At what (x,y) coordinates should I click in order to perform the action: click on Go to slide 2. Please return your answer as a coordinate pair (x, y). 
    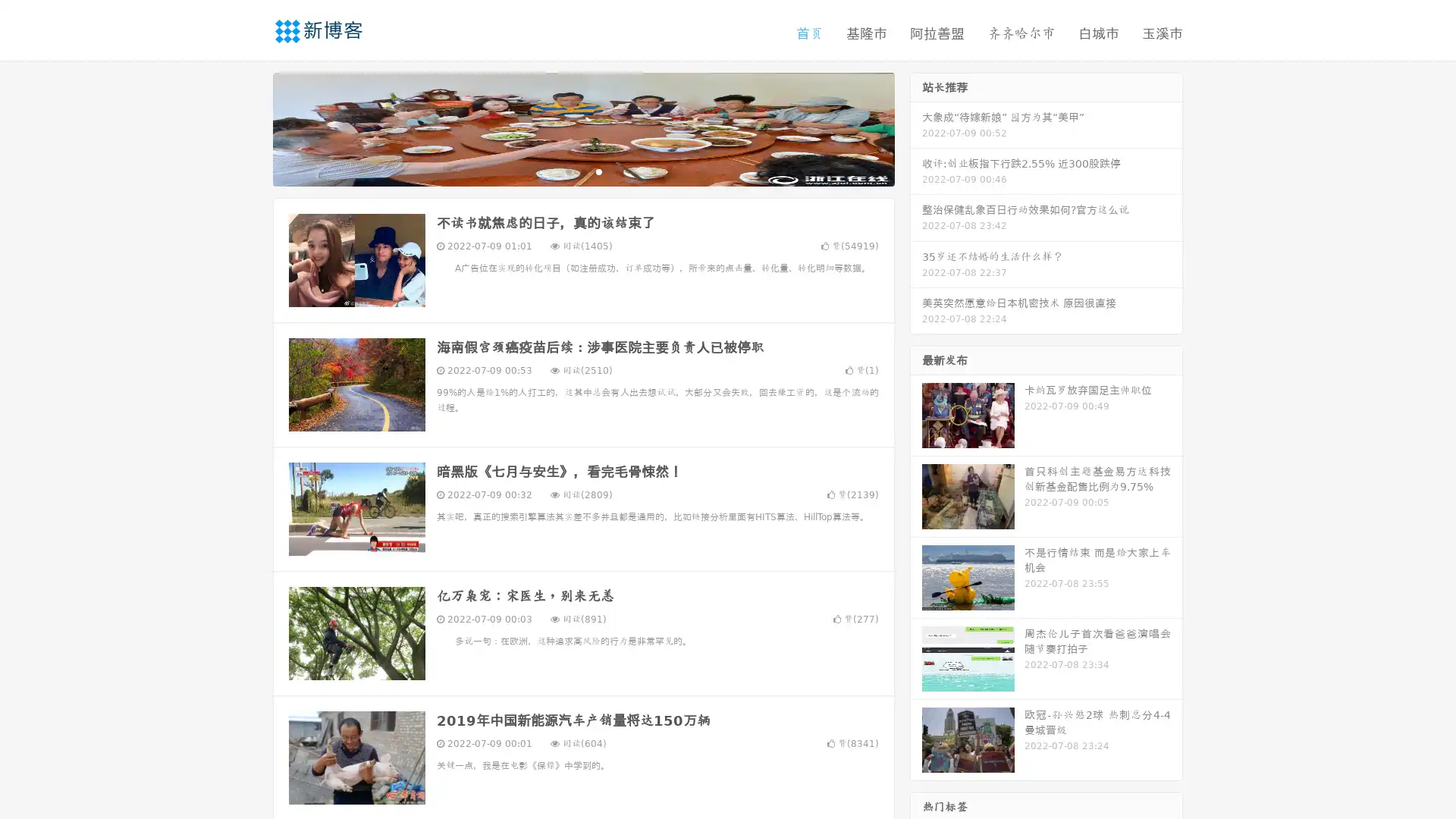
    Looking at the image, I should click on (582, 171).